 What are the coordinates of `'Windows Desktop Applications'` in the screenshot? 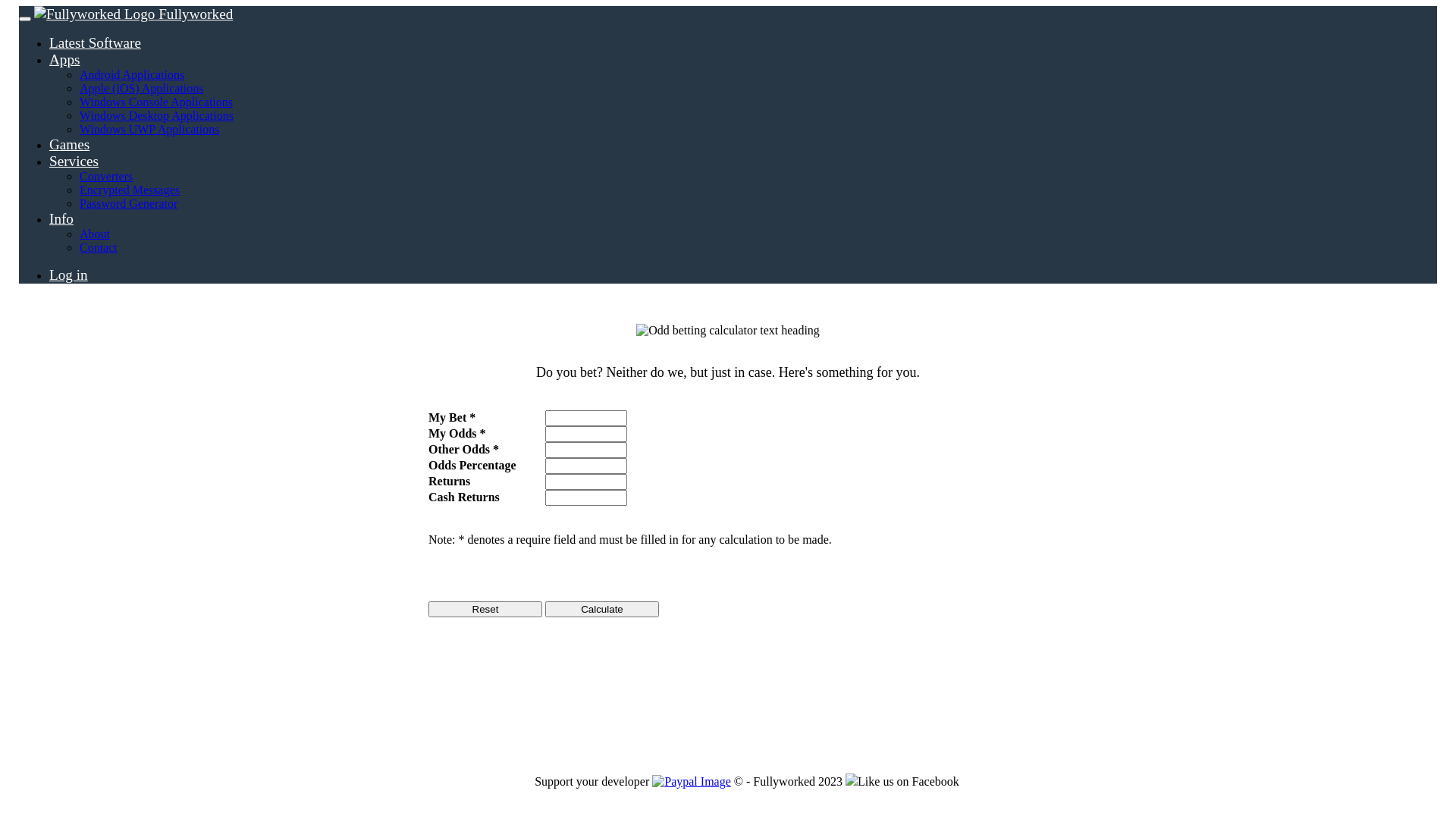 It's located at (156, 115).